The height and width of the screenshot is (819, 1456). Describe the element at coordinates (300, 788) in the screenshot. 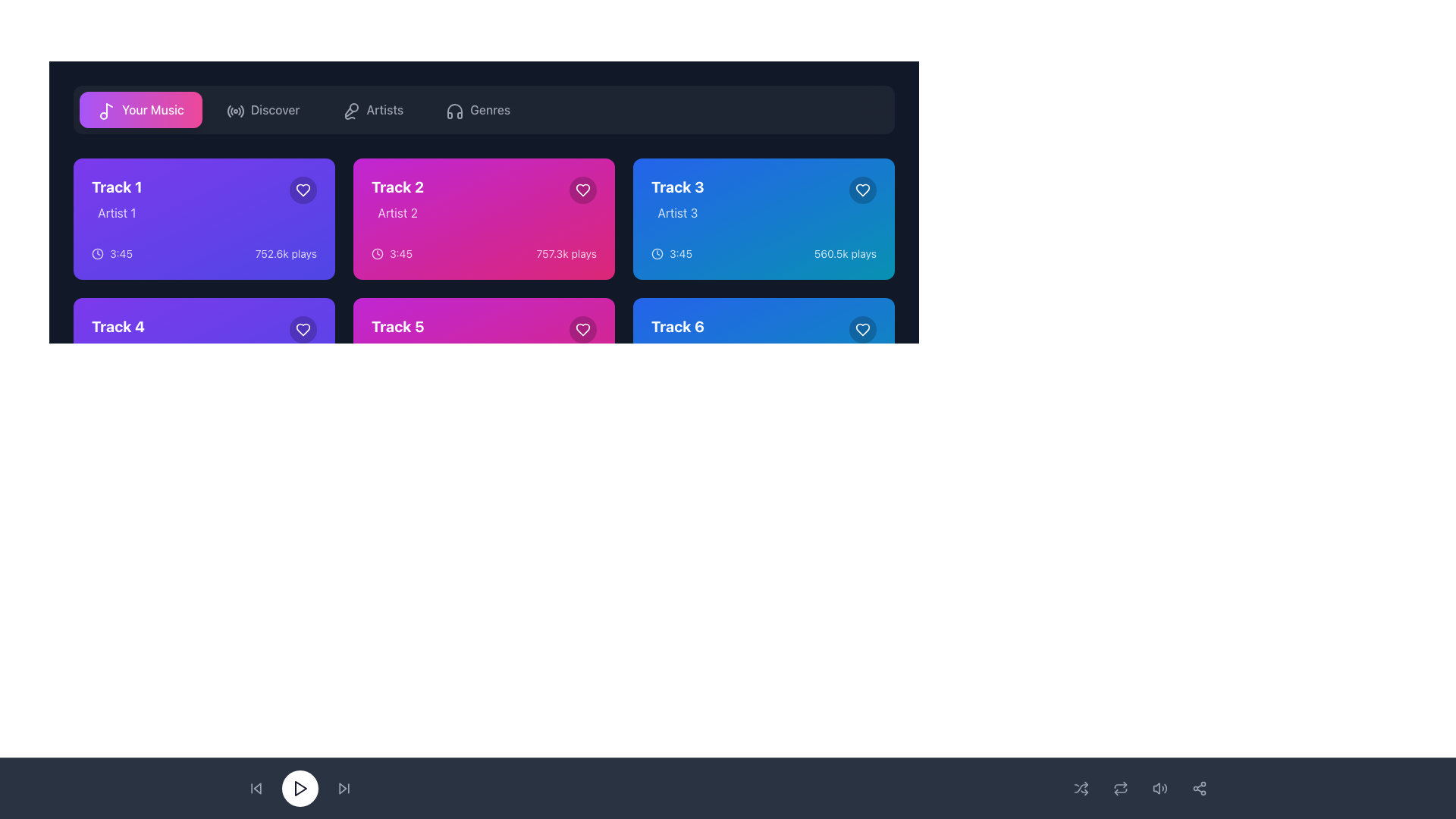

I see `the triangular play button icon, which is centered within a circular white button at the bottom center of the interface` at that location.